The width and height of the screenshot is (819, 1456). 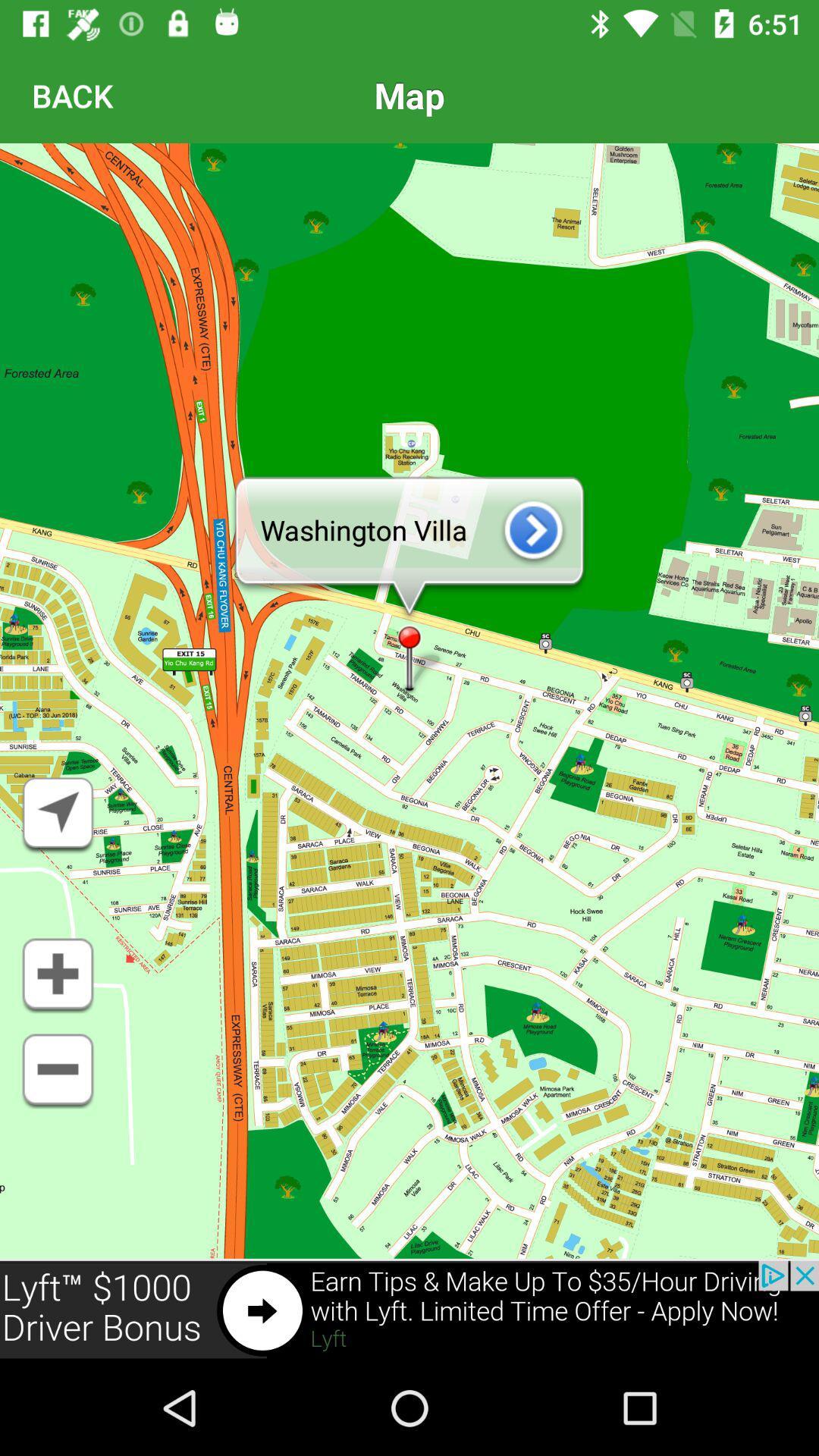 I want to click on zoom in, so click(x=57, y=975).